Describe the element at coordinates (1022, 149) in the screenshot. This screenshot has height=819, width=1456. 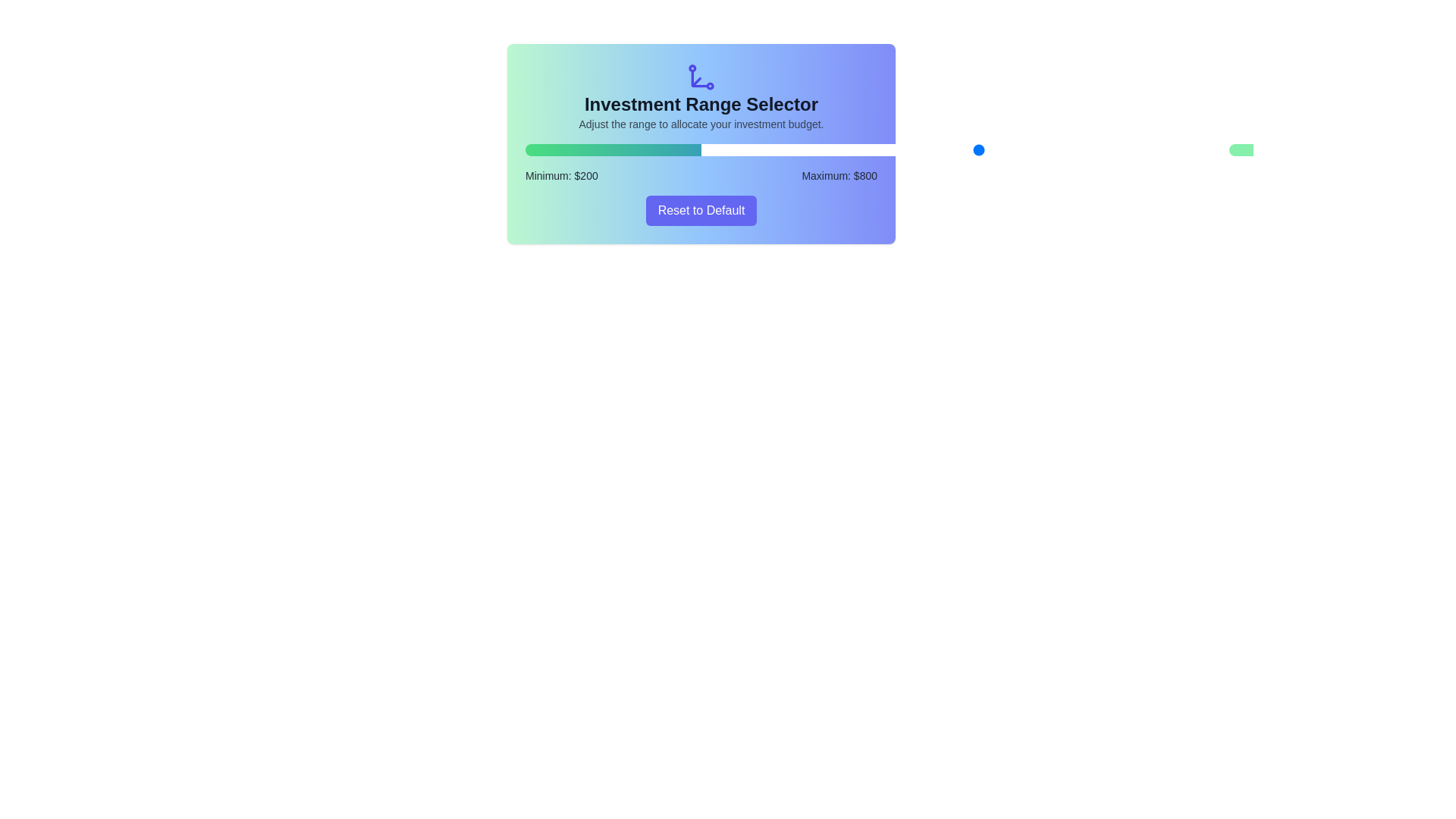
I see `the maximum investment range to 748 by dragging the right slider` at that location.